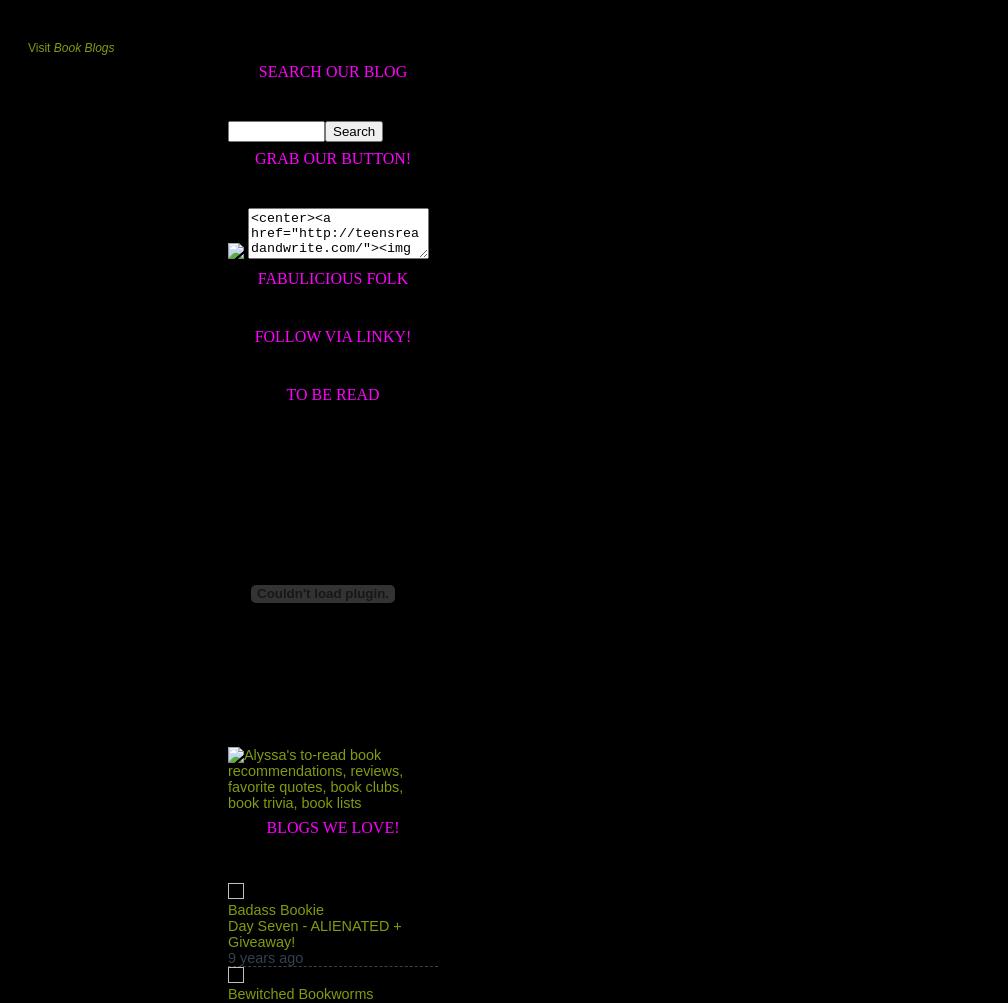 Image resolution: width=1008 pixels, height=1003 pixels. What do you see at coordinates (332, 156) in the screenshot?
I see `'Grab Our Button!'` at bounding box center [332, 156].